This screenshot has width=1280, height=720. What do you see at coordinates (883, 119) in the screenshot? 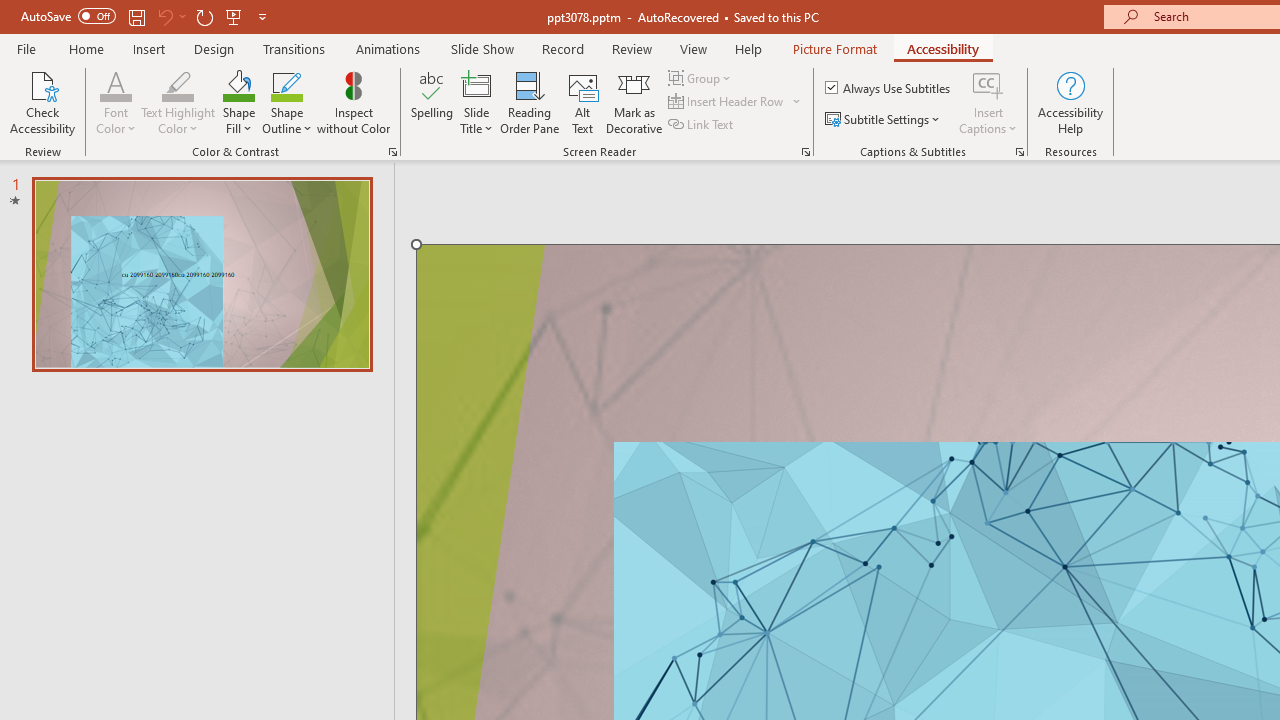
I see `'Subtitle Settings'` at bounding box center [883, 119].